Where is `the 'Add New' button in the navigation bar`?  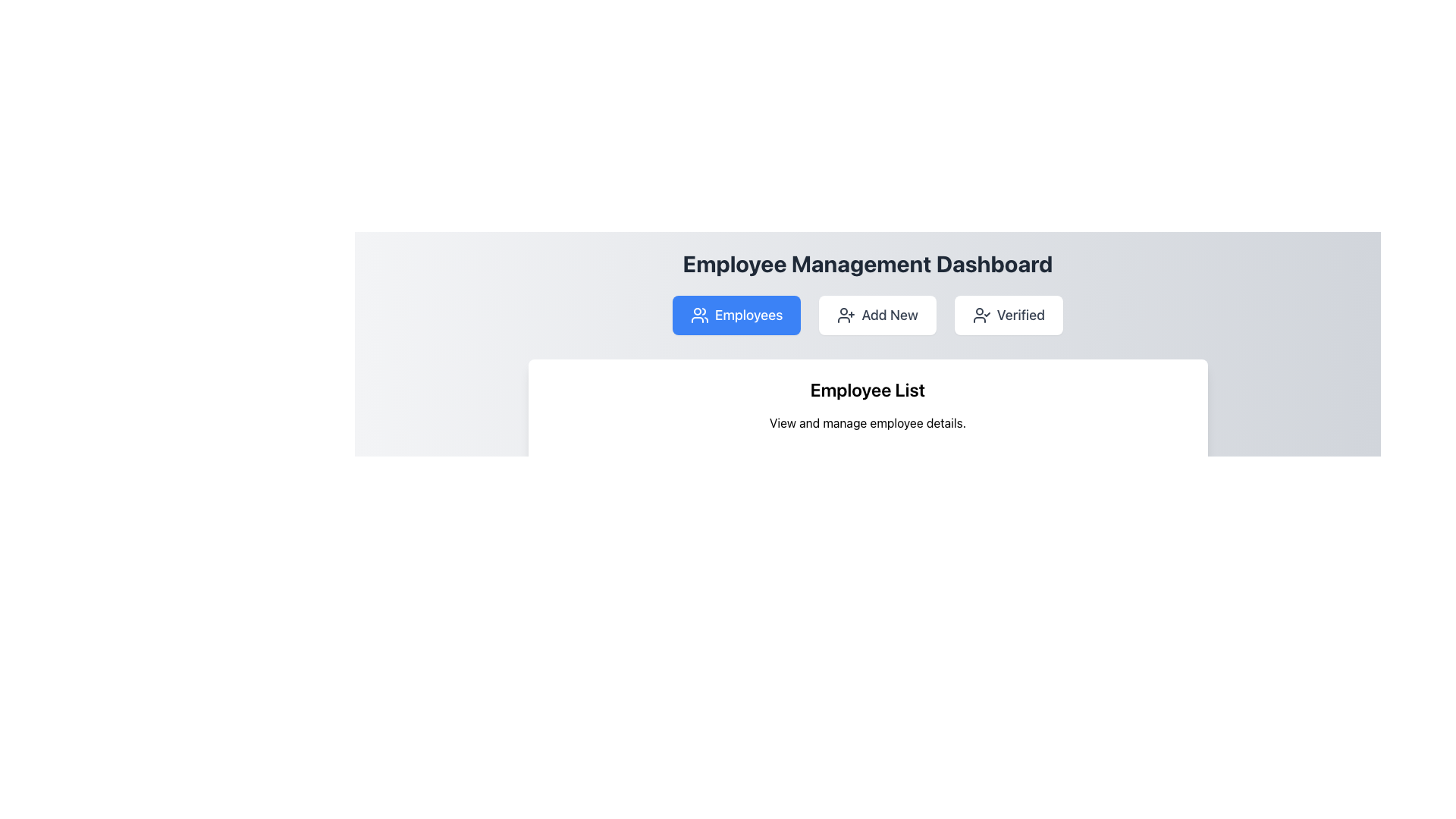
the 'Add New' button in the navigation bar is located at coordinates (868, 315).